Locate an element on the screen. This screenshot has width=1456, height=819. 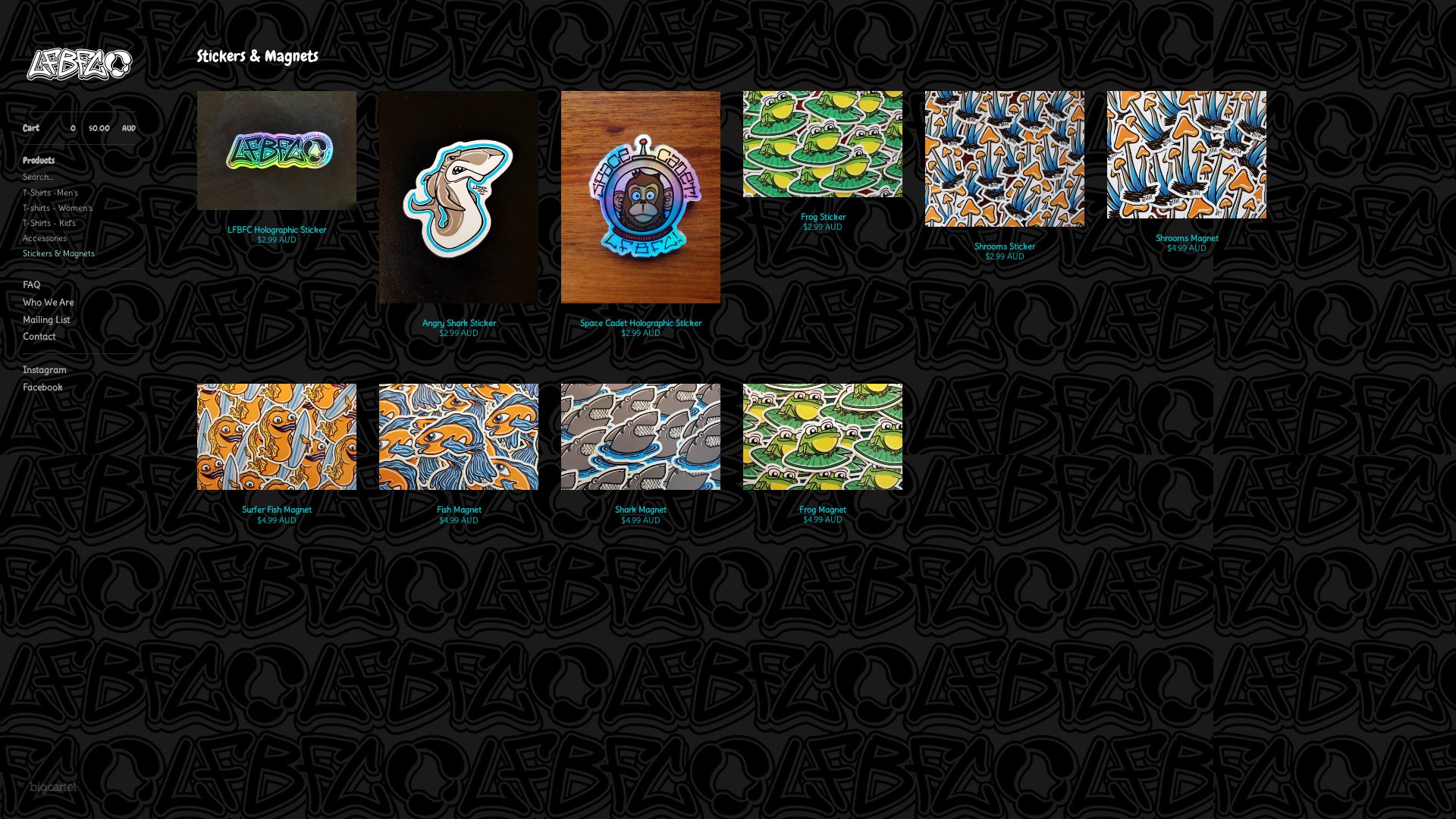
'Little Fish Big Fish Clothing' is located at coordinates (22, 63).